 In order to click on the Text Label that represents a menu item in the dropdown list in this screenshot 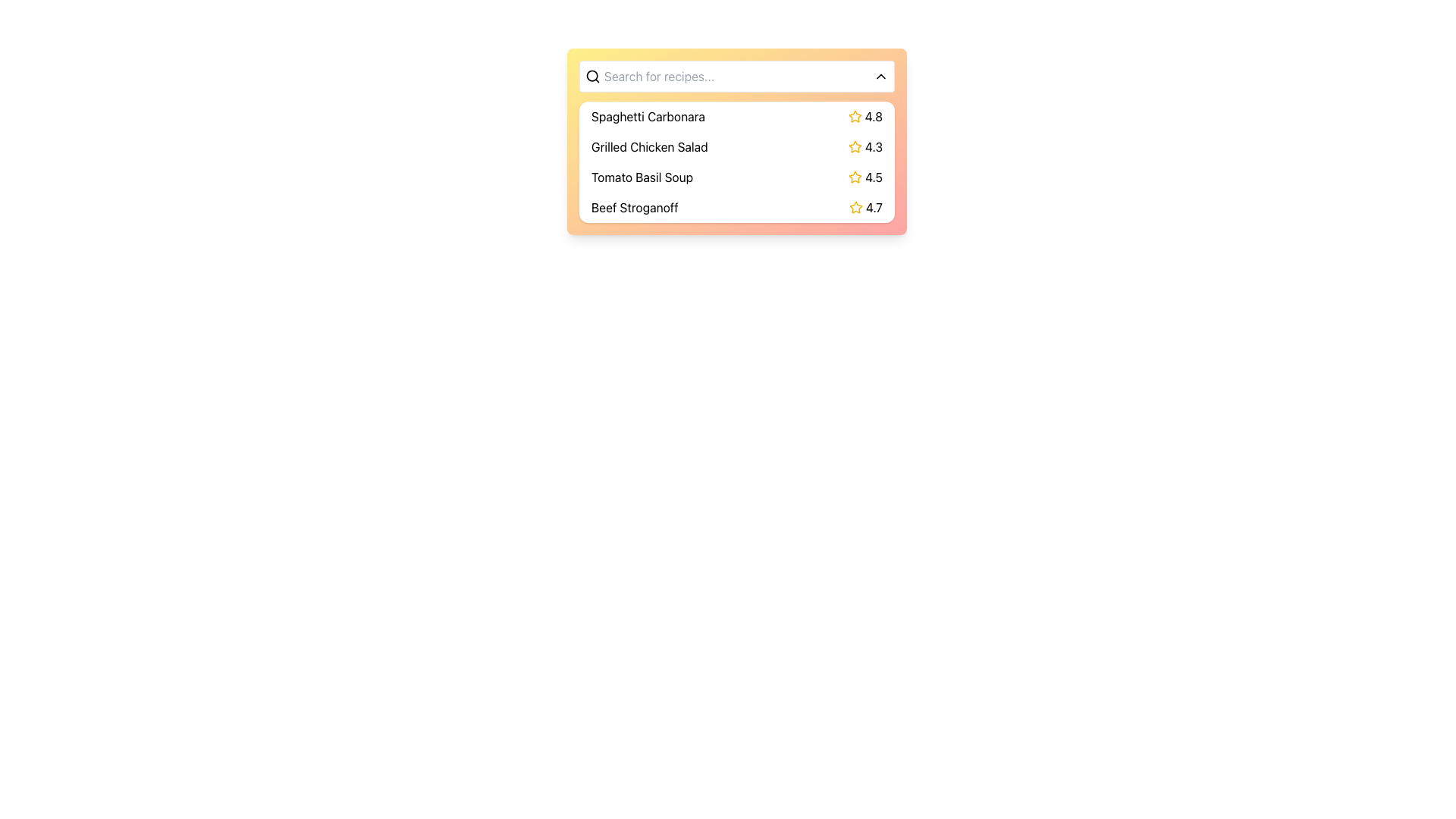, I will do `click(648, 116)`.